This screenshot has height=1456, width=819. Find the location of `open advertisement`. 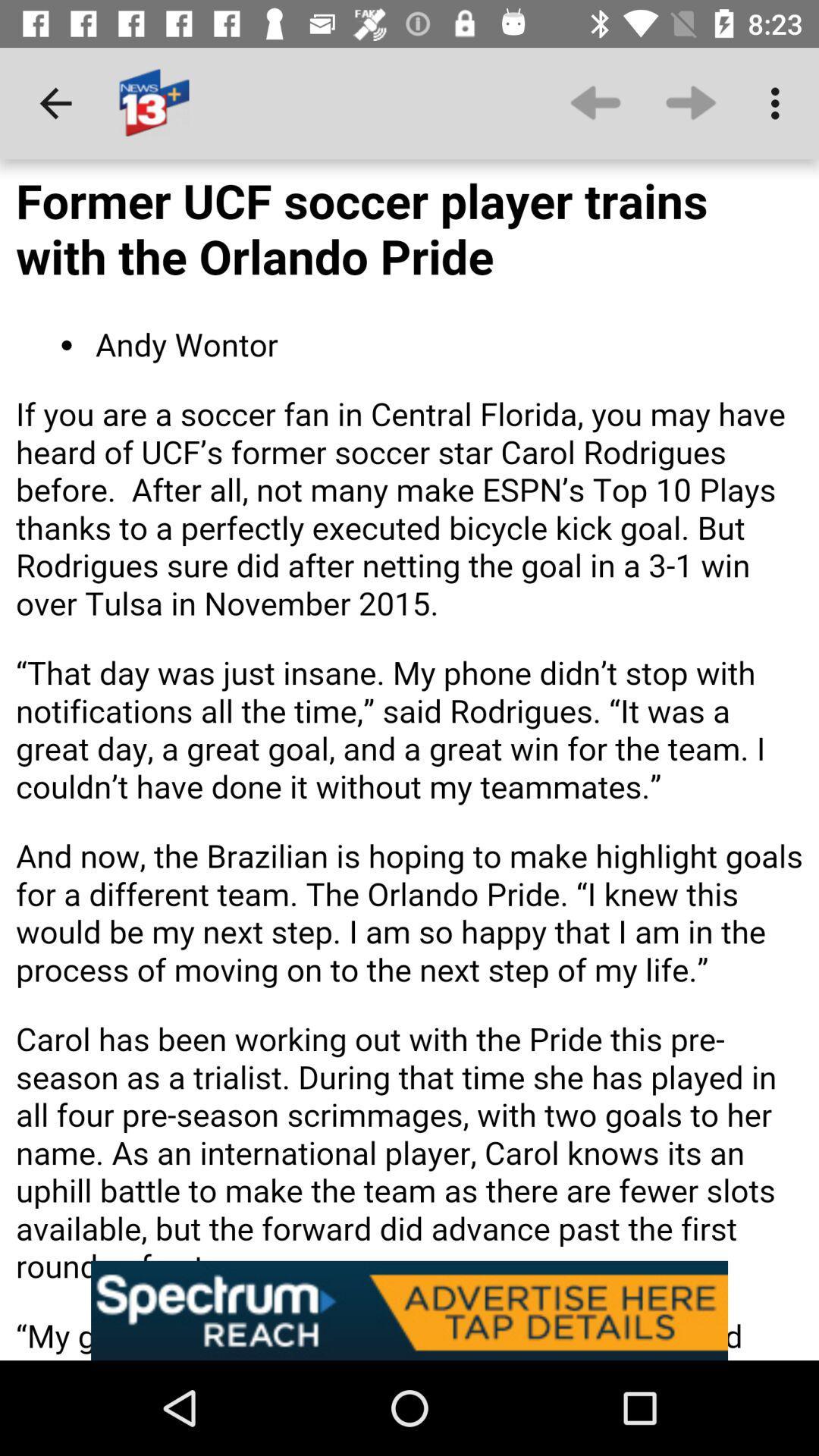

open advertisement is located at coordinates (409, 1310).